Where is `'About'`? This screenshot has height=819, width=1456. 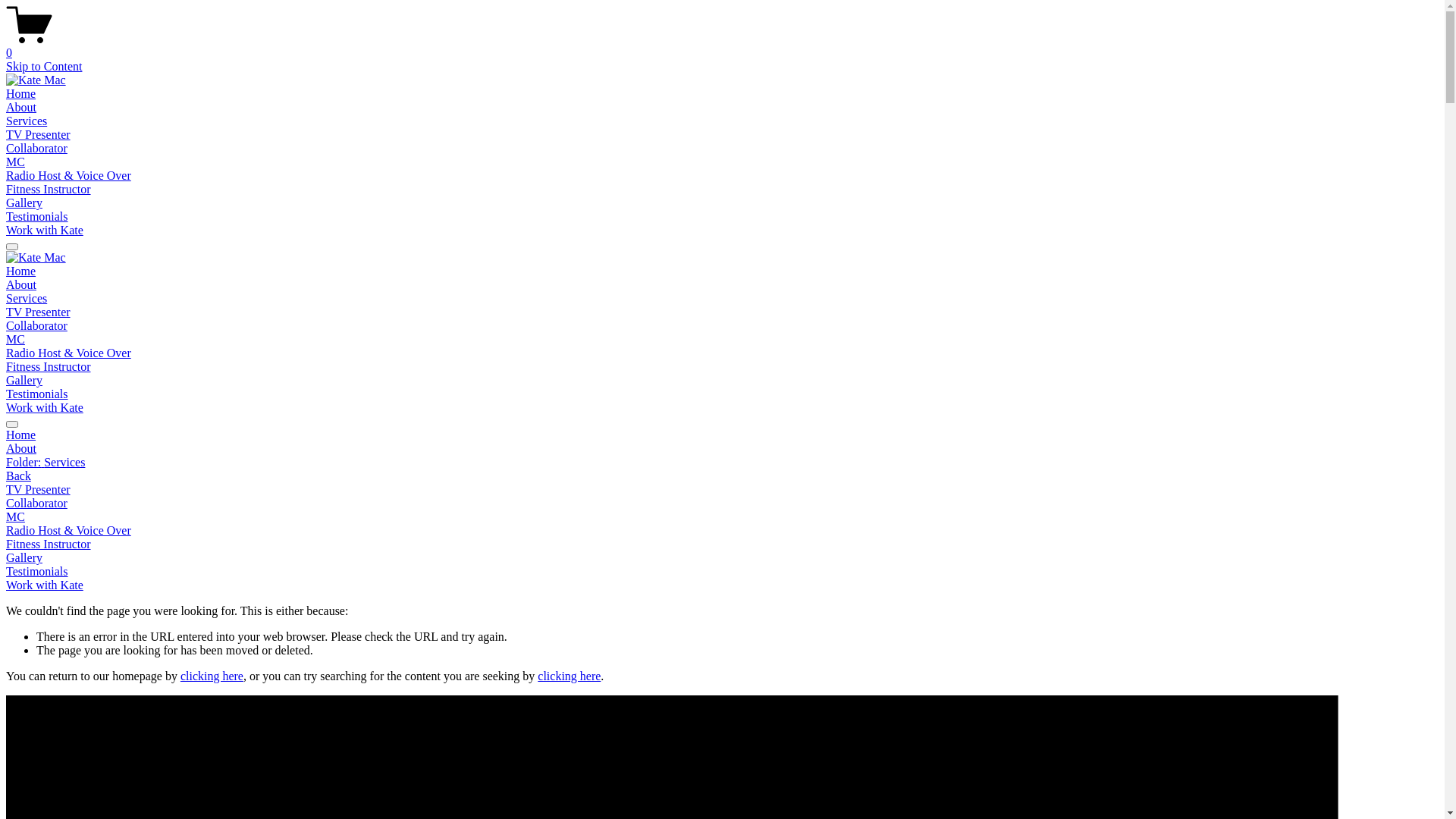
'About' is located at coordinates (21, 106).